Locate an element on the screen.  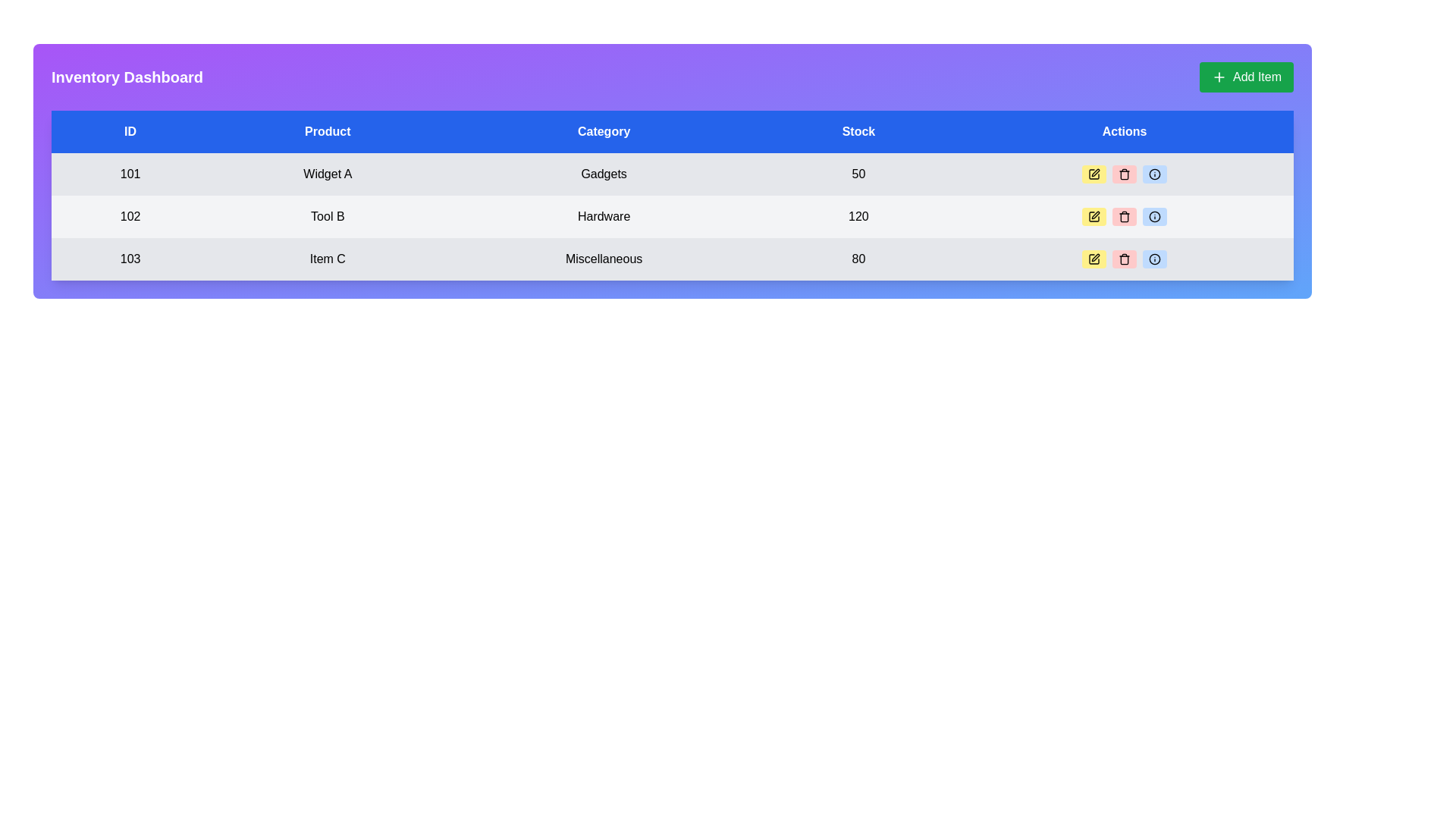
the delete button located in the middle row of the 'Actions' column in the inventory table to observe the hover effect is located at coordinates (1125, 216).